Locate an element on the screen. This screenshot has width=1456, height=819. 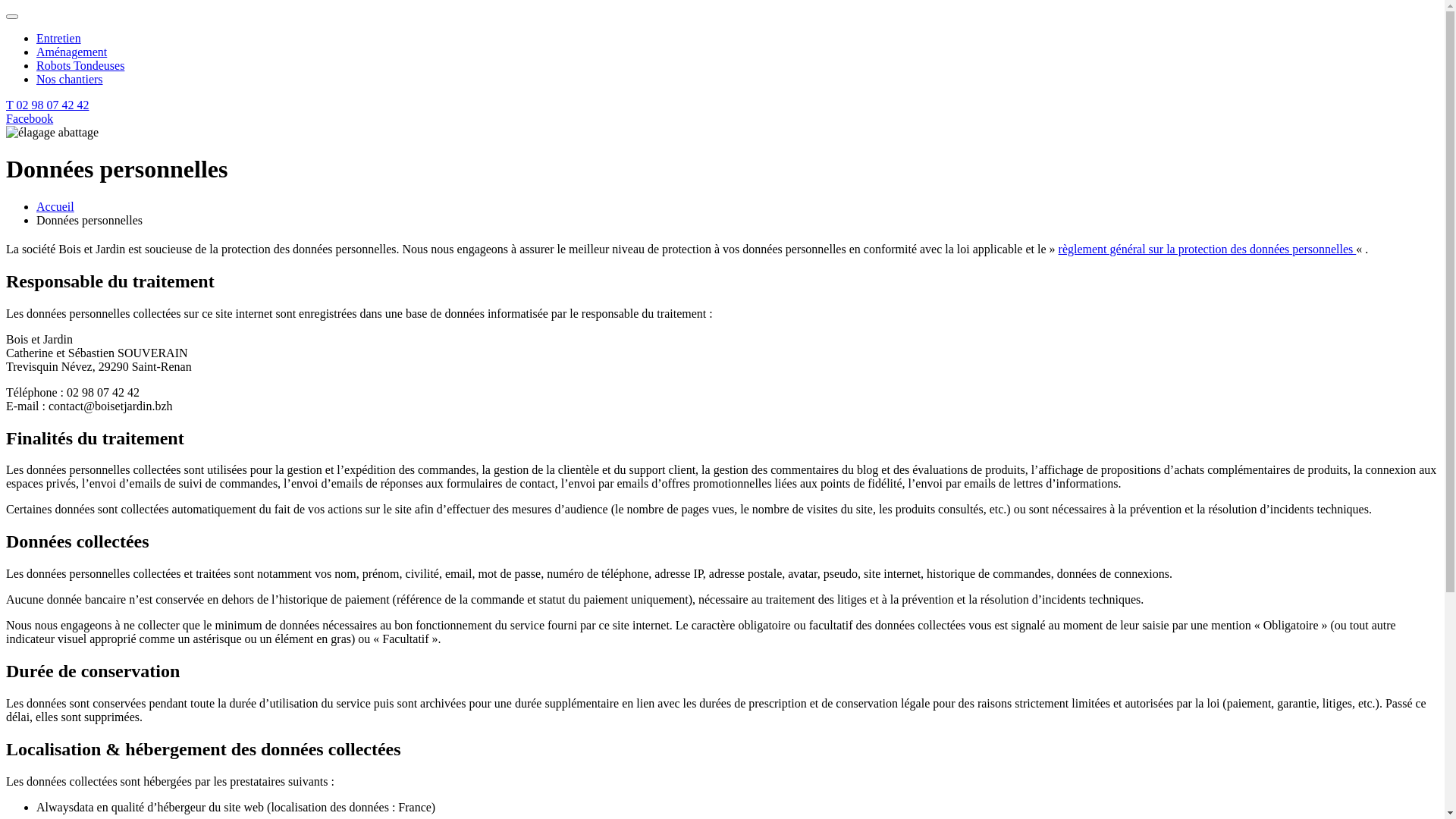
'Accueil' is located at coordinates (55, 206).